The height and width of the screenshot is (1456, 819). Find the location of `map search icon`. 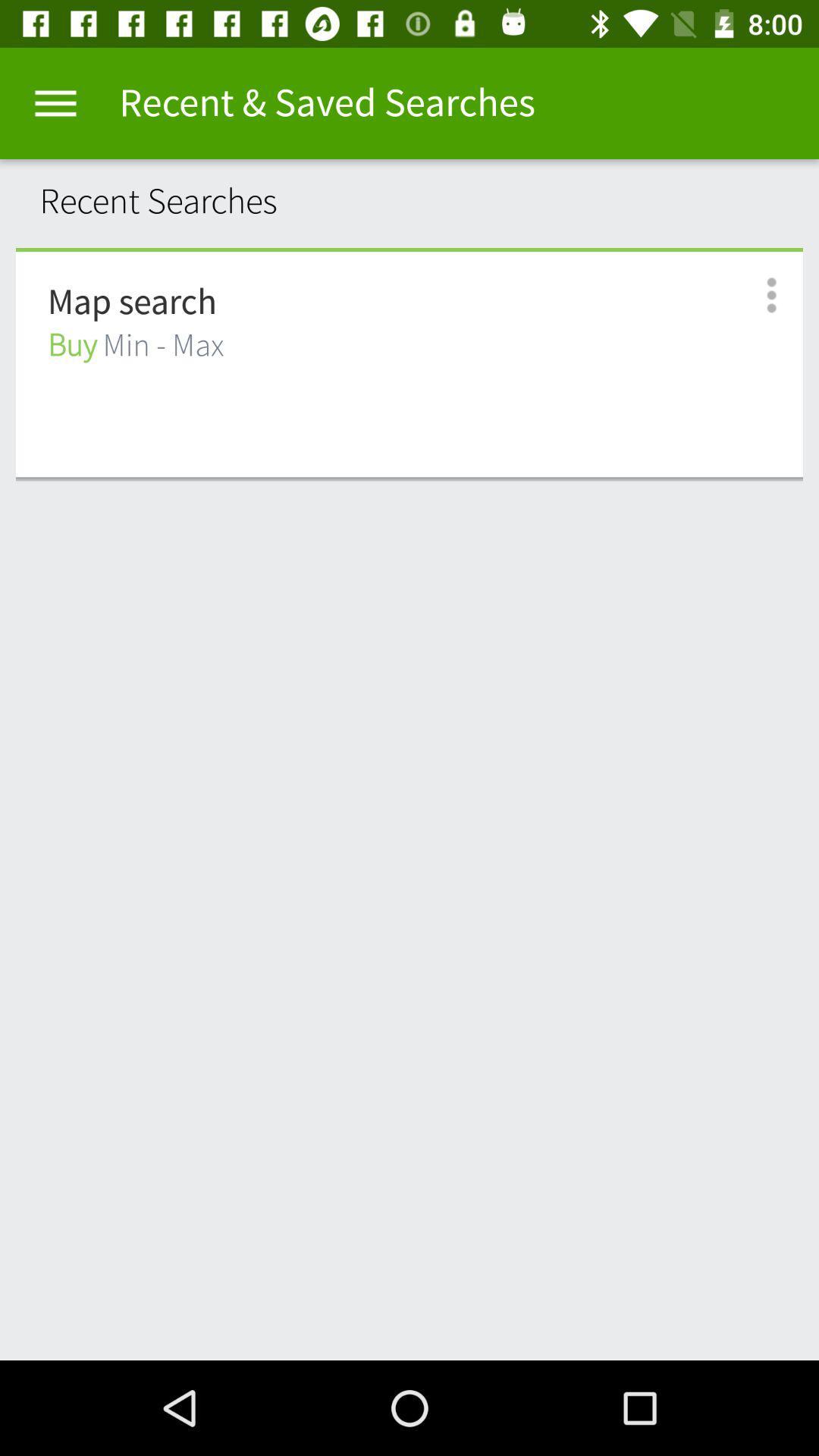

map search icon is located at coordinates (131, 303).